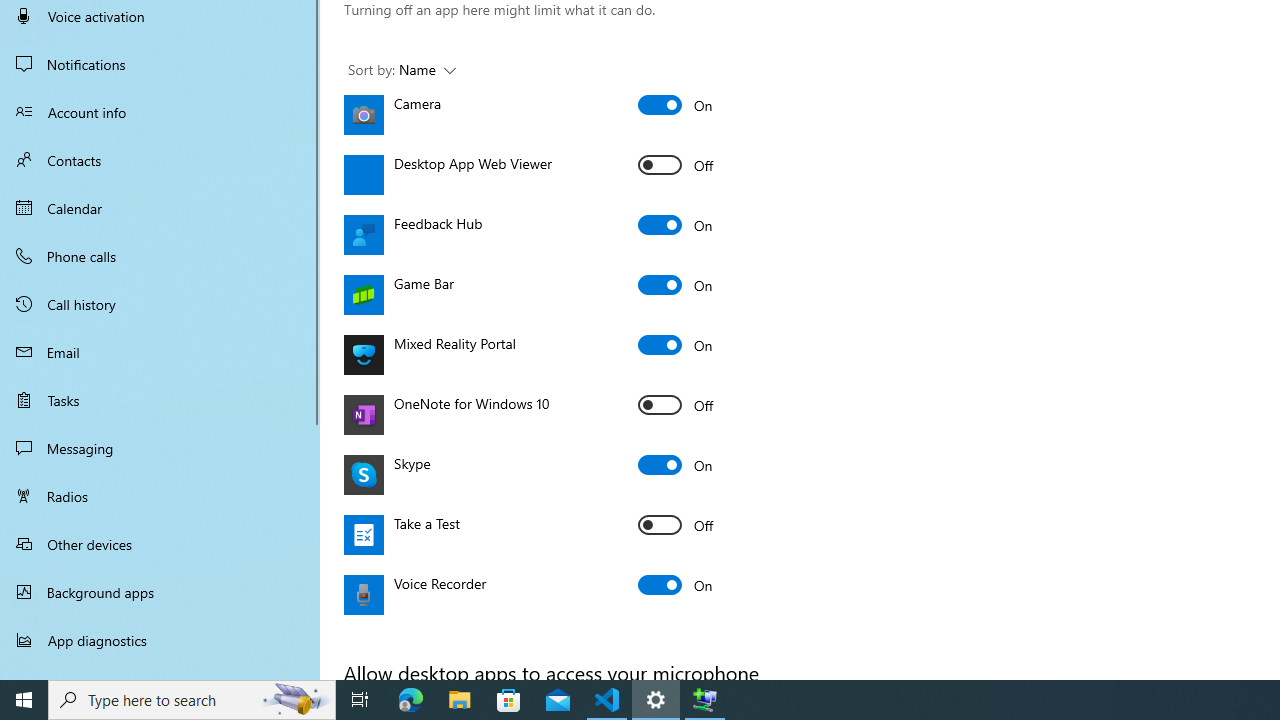 This screenshot has width=1280, height=720. I want to click on 'Calendar', so click(160, 208).